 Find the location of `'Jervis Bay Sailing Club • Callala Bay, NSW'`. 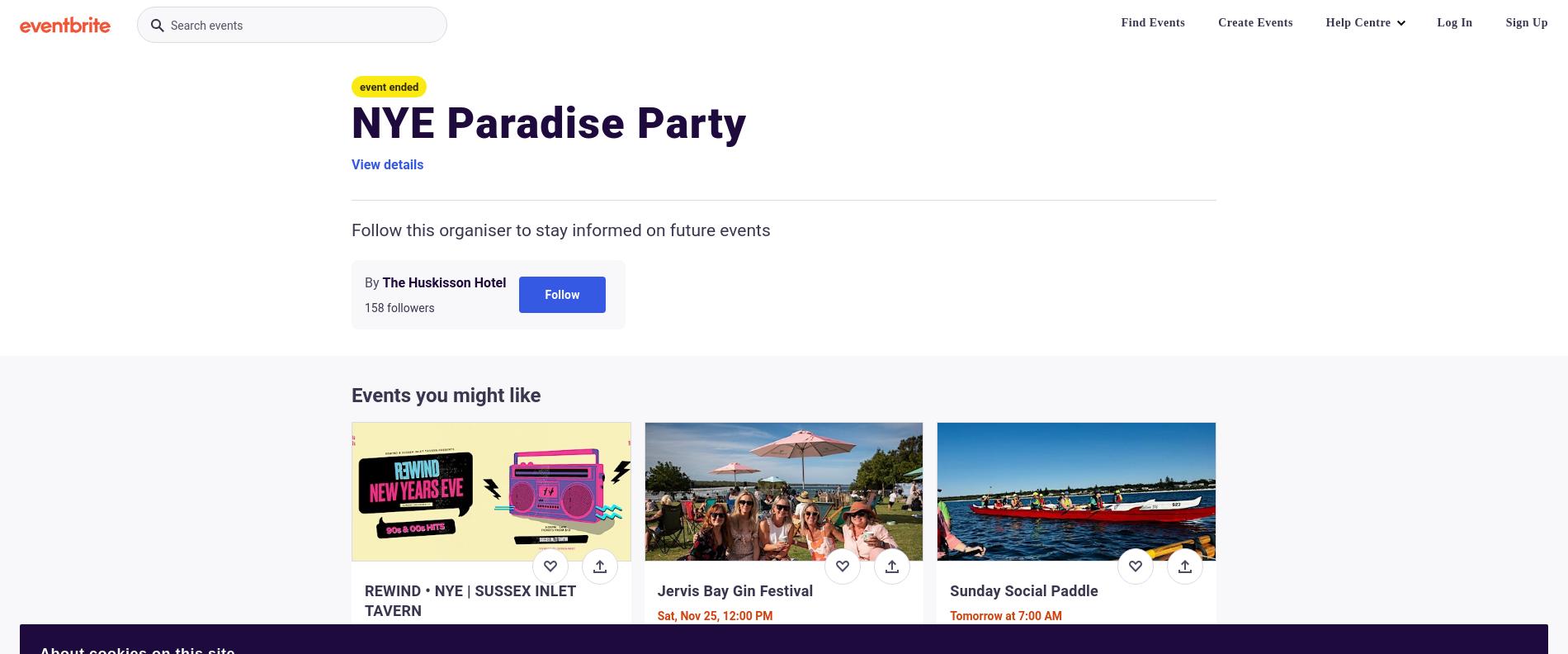

'Jervis Bay Sailing Club • Callala Bay, NSW' is located at coordinates (1055, 639).